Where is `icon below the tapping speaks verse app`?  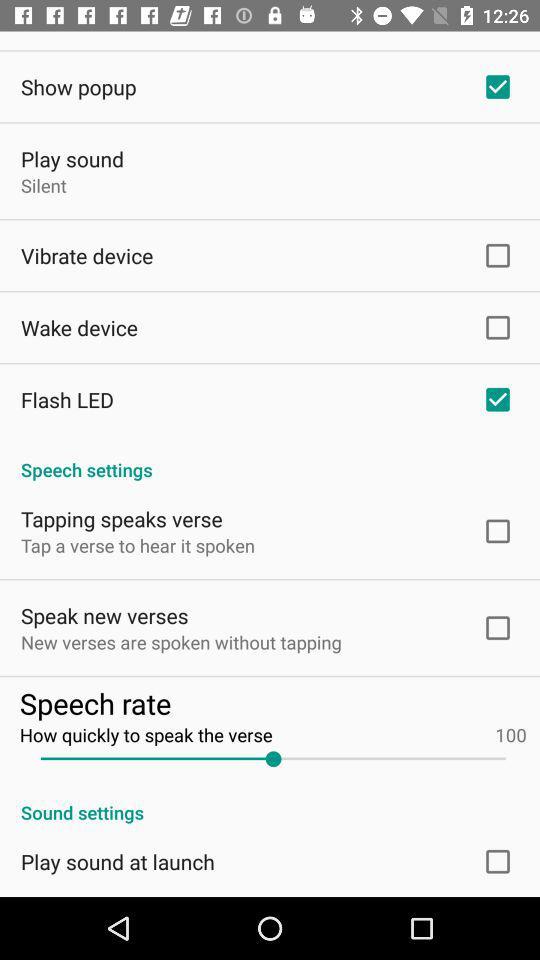 icon below the tapping speaks verse app is located at coordinates (137, 545).